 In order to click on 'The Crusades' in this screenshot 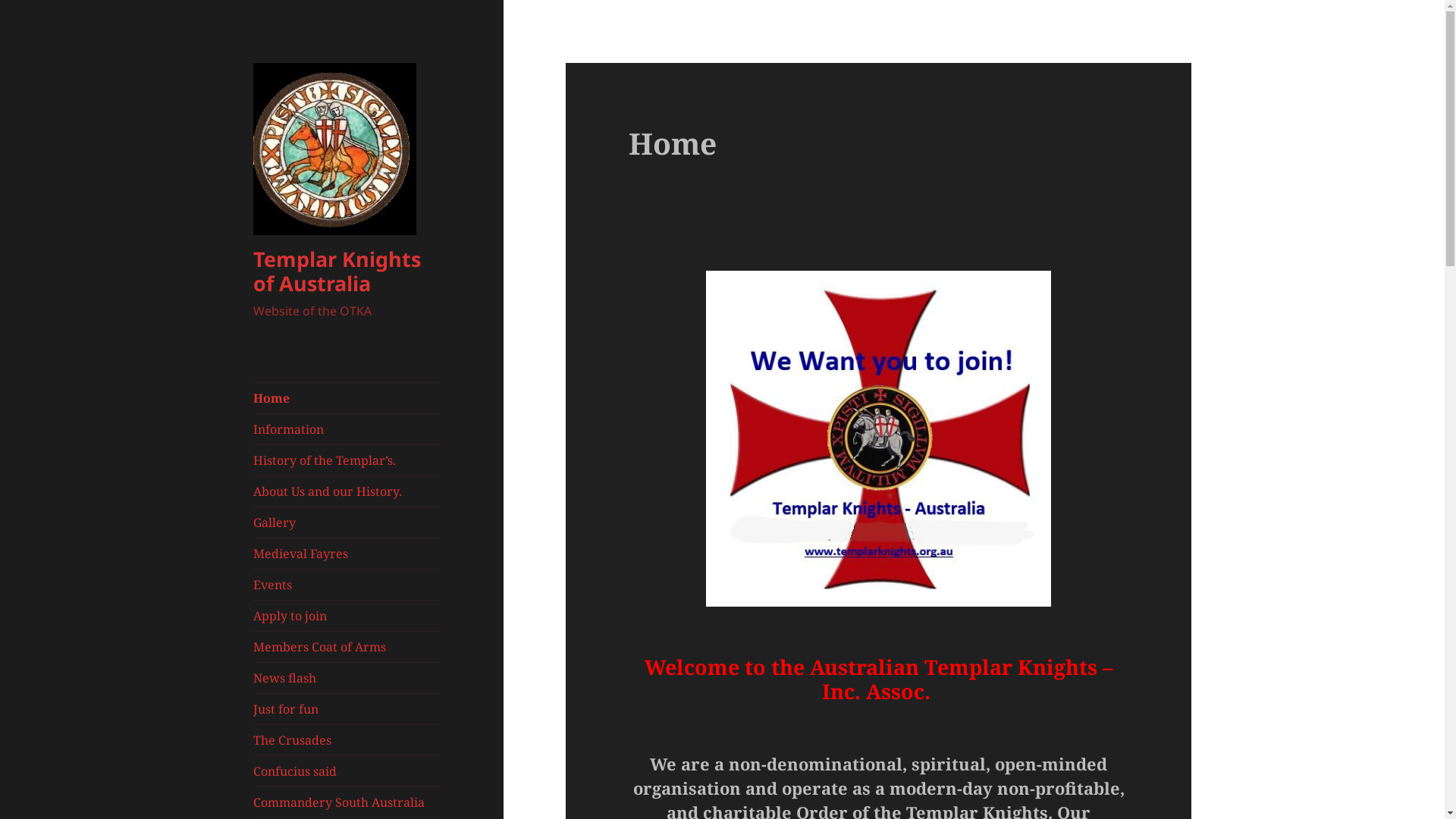, I will do `click(346, 739)`.